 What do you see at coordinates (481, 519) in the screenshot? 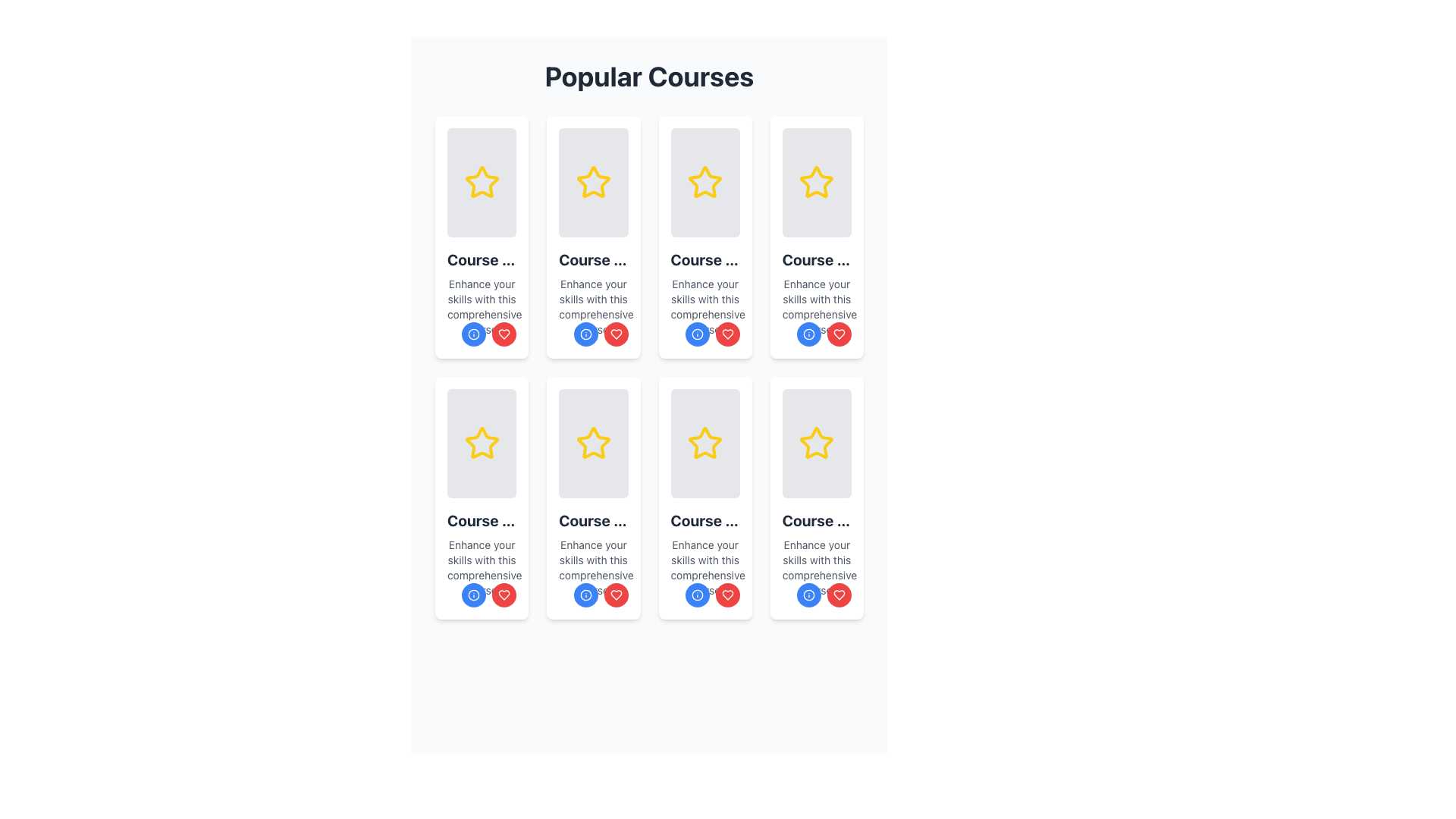
I see `text element titled 'Course Title 5', which is styled in a larger, bold font and positioned within a card design below an image placeholder and above a descriptive text paragraph` at bounding box center [481, 519].